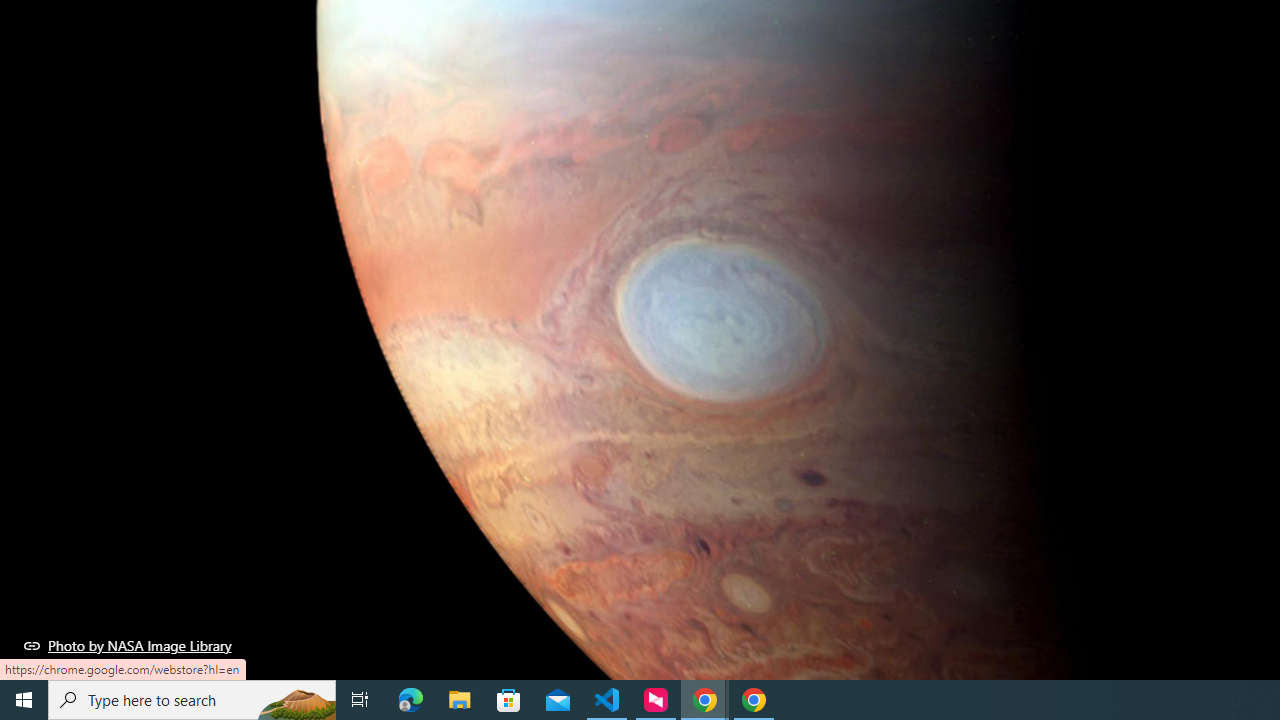 This screenshot has height=720, width=1280. What do you see at coordinates (127, 645) in the screenshot?
I see `'Photo by NASA Image Library'` at bounding box center [127, 645].